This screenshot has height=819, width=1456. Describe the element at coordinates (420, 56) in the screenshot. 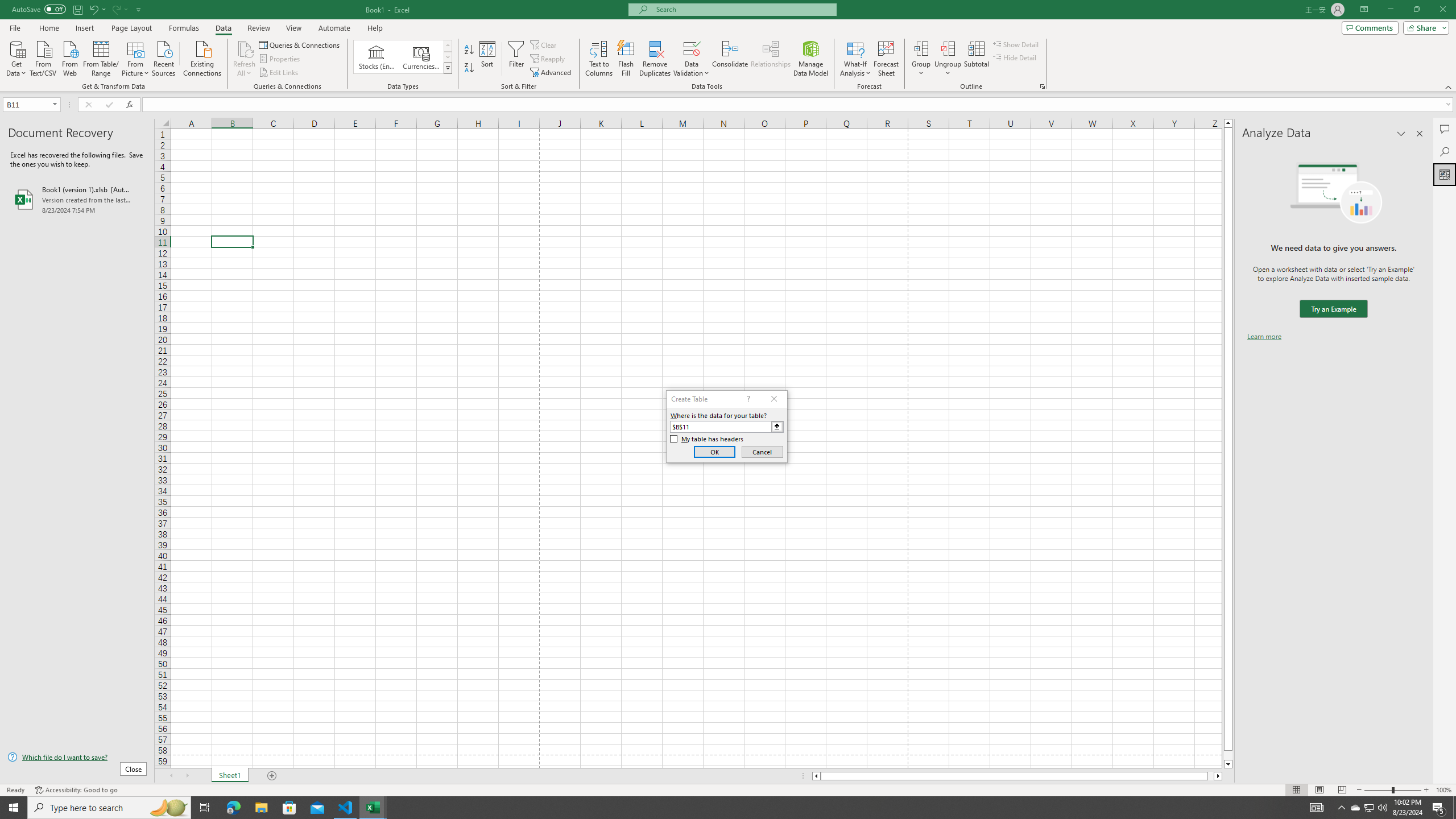

I see `'Currencies (English)'` at that location.